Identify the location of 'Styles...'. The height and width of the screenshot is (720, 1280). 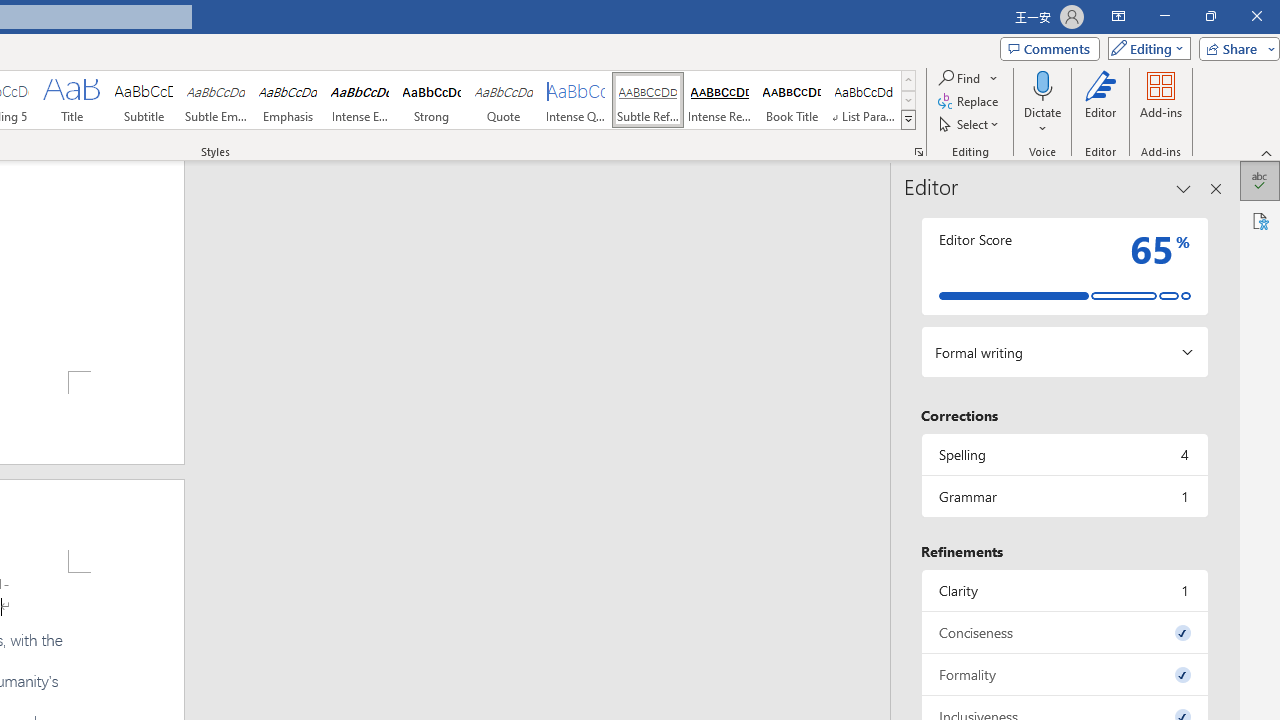
(918, 150).